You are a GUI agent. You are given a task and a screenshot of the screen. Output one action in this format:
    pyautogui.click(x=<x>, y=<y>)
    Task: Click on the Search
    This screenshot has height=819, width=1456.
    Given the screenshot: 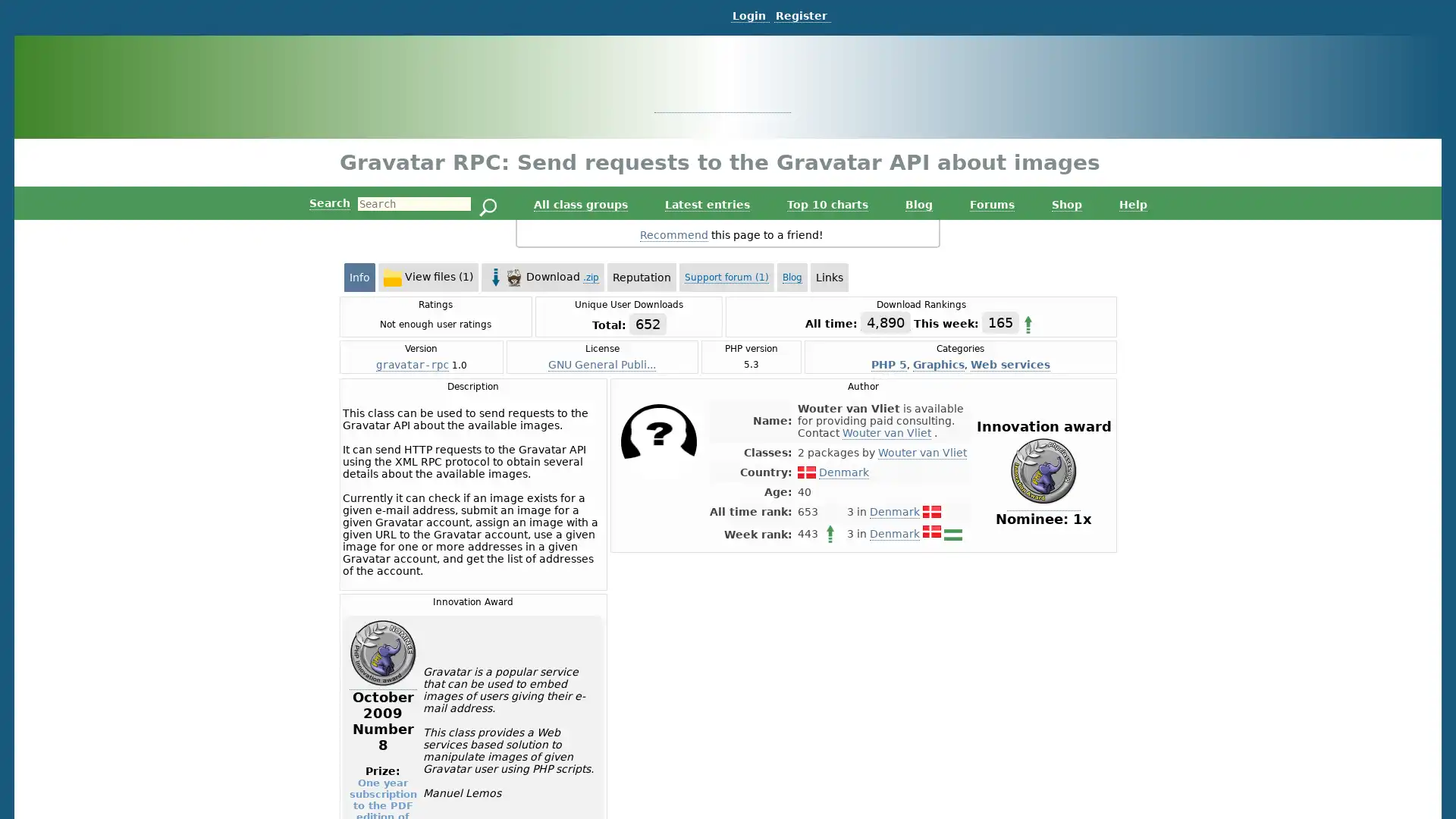 What is the action you would take?
    pyautogui.click(x=487, y=207)
    